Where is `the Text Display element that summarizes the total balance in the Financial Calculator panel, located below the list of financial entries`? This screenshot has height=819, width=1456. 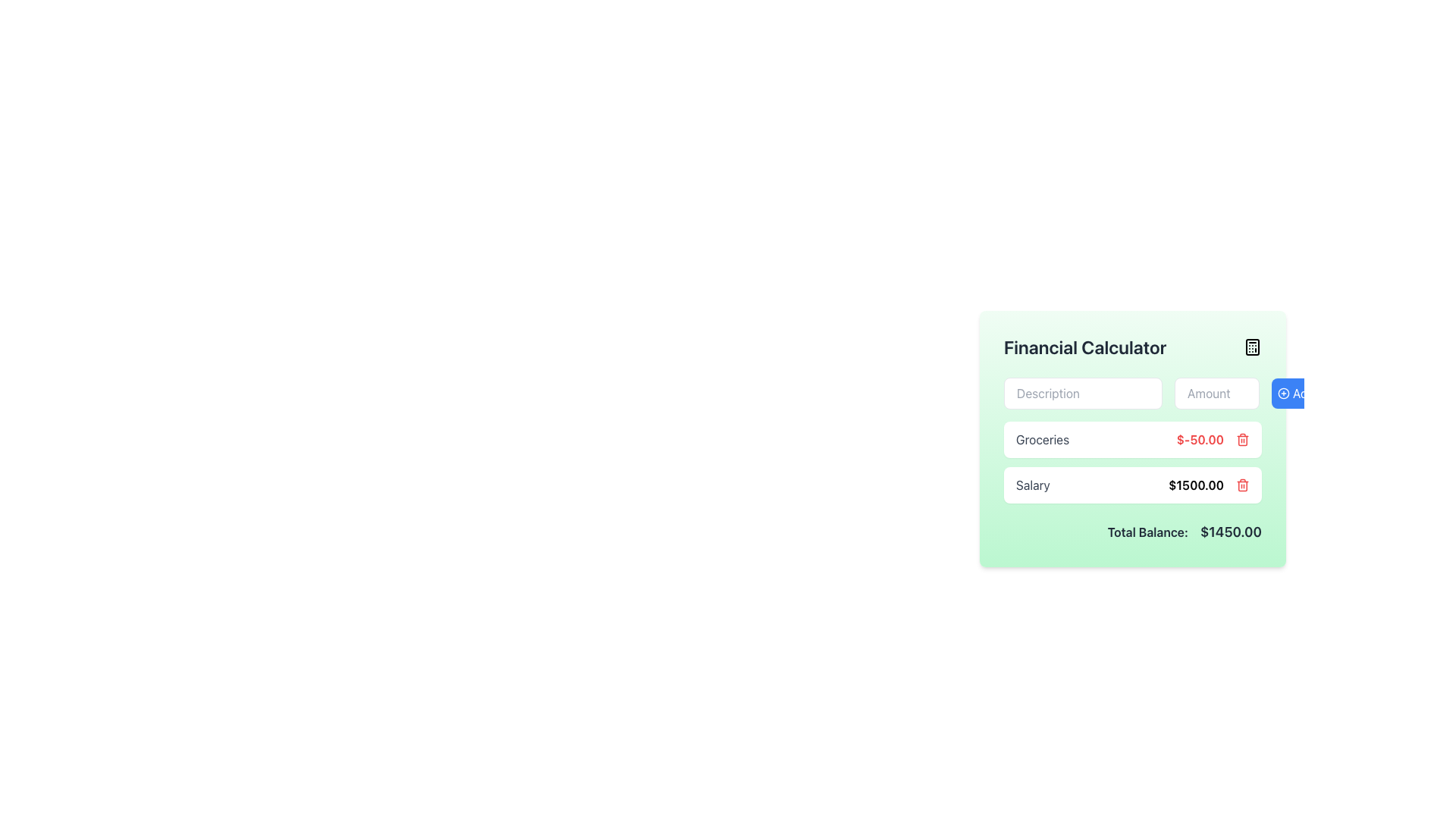 the Text Display element that summarizes the total balance in the Financial Calculator panel, located below the list of financial entries is located at coordinates (1132, 532).